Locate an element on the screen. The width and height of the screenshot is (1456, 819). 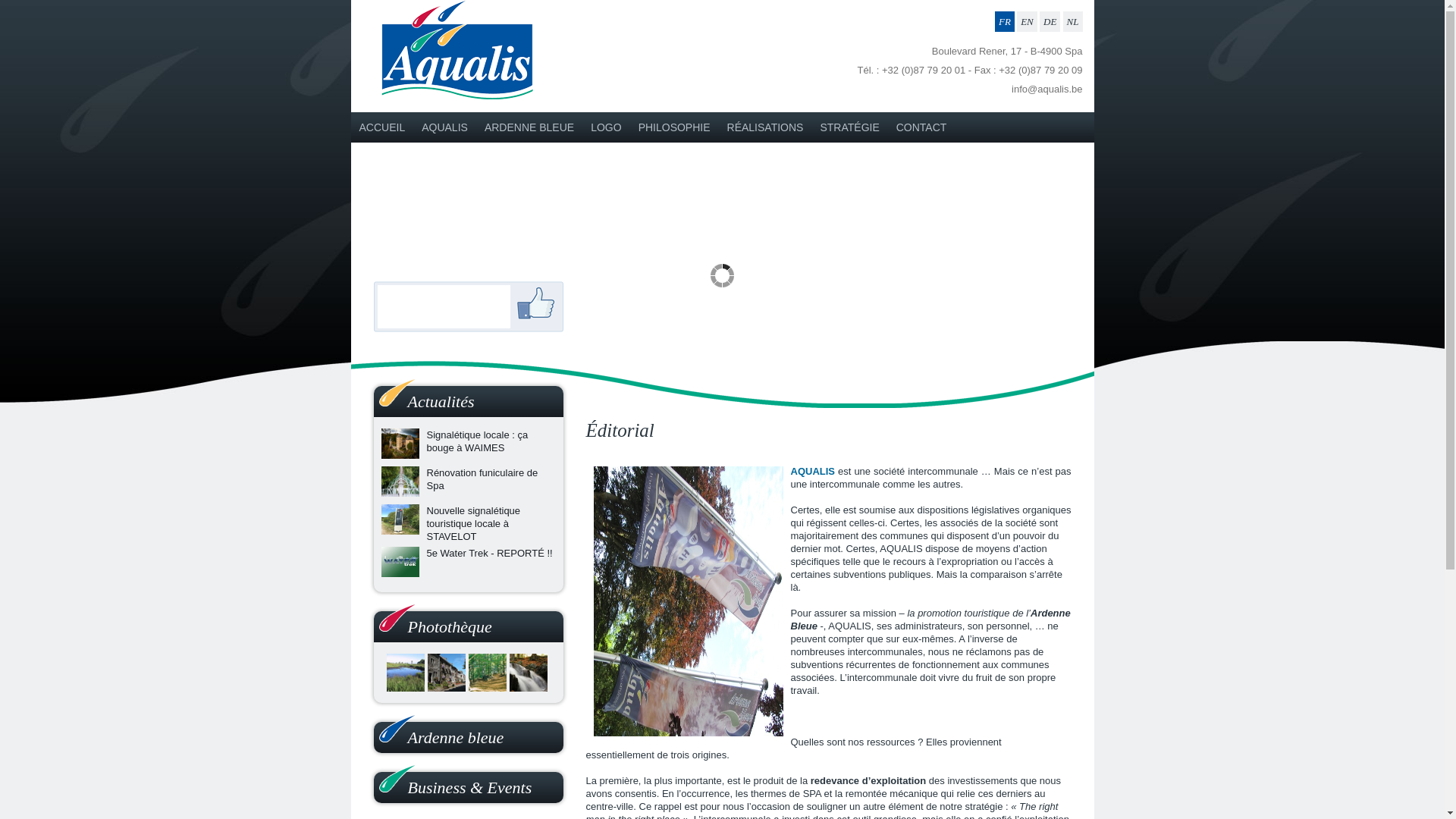
'EN' is located at coordinates (1027, 21).